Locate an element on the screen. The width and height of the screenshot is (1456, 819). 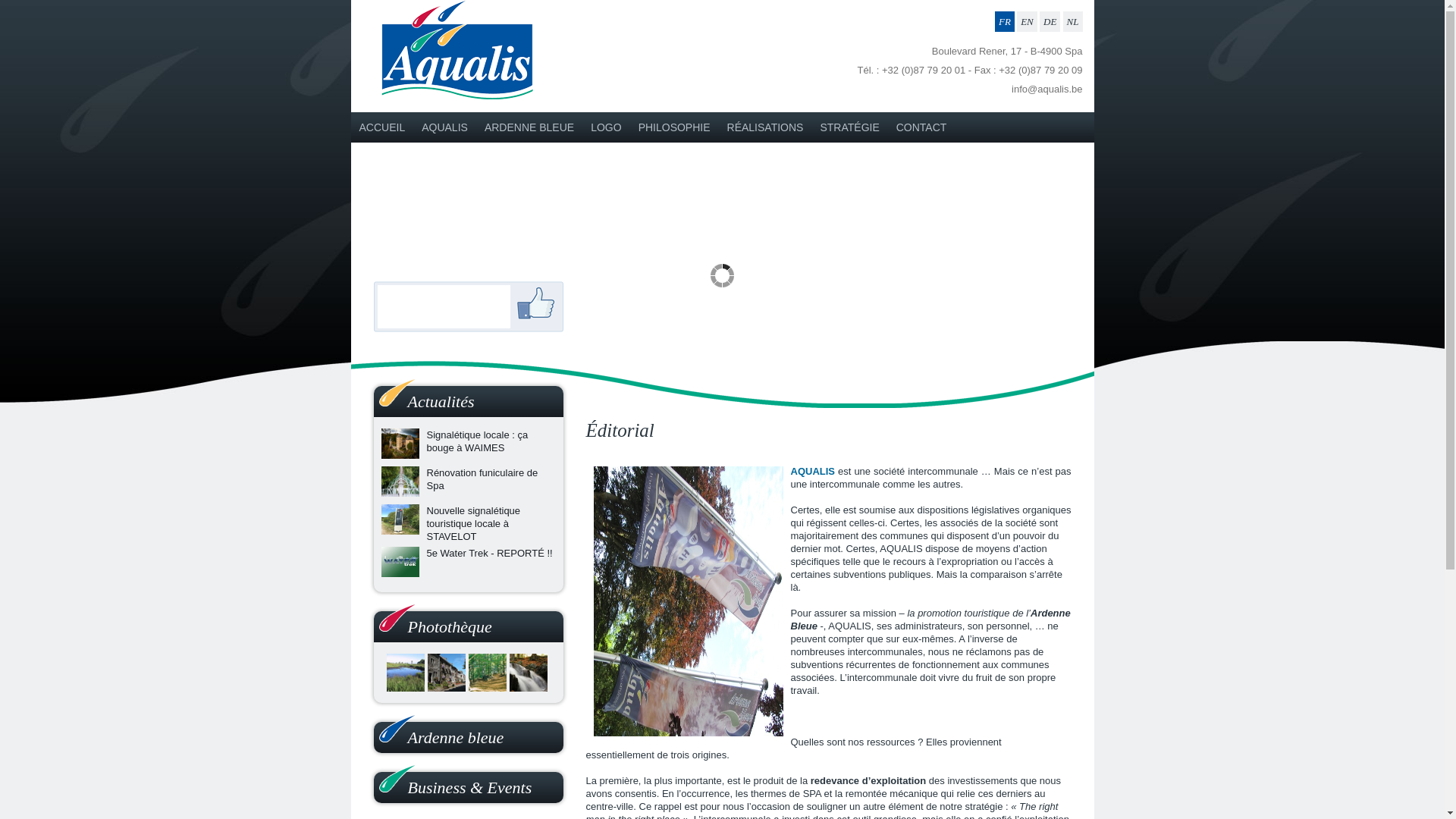
'EN' is located at coordinates (1027, 21).